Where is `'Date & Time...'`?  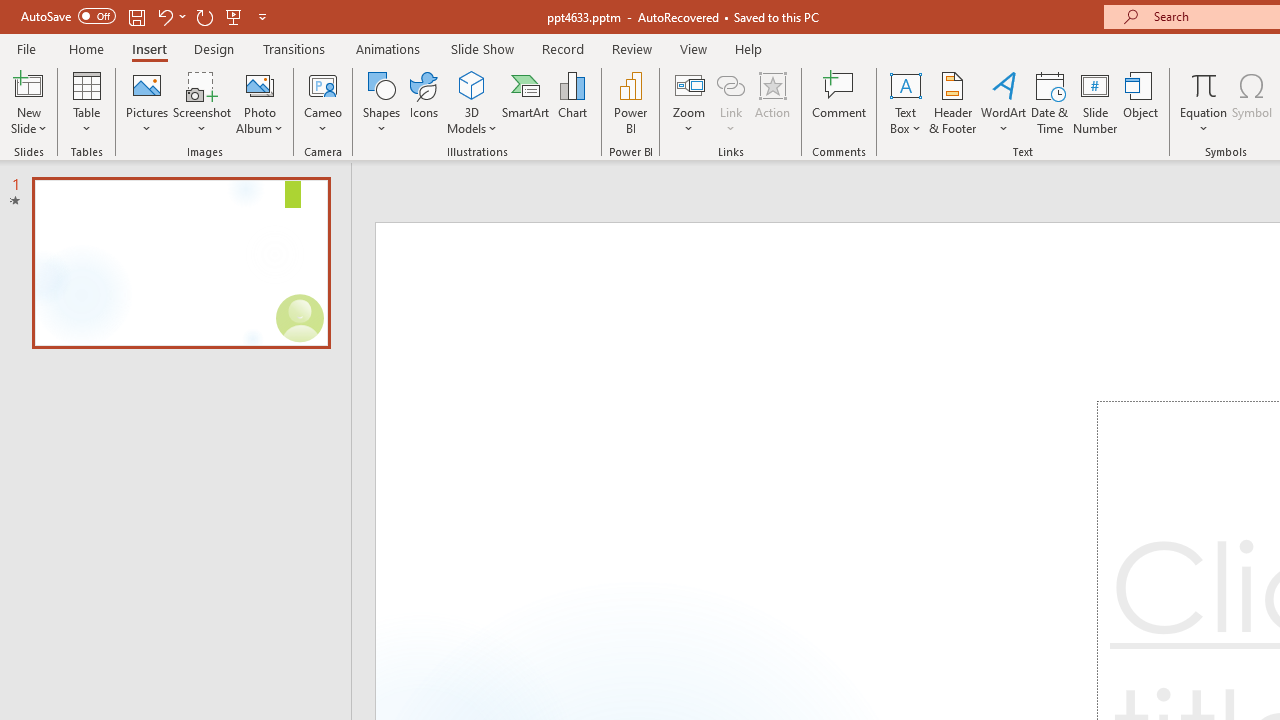
'Date & Time...' is located at coordinates (1049, 103).